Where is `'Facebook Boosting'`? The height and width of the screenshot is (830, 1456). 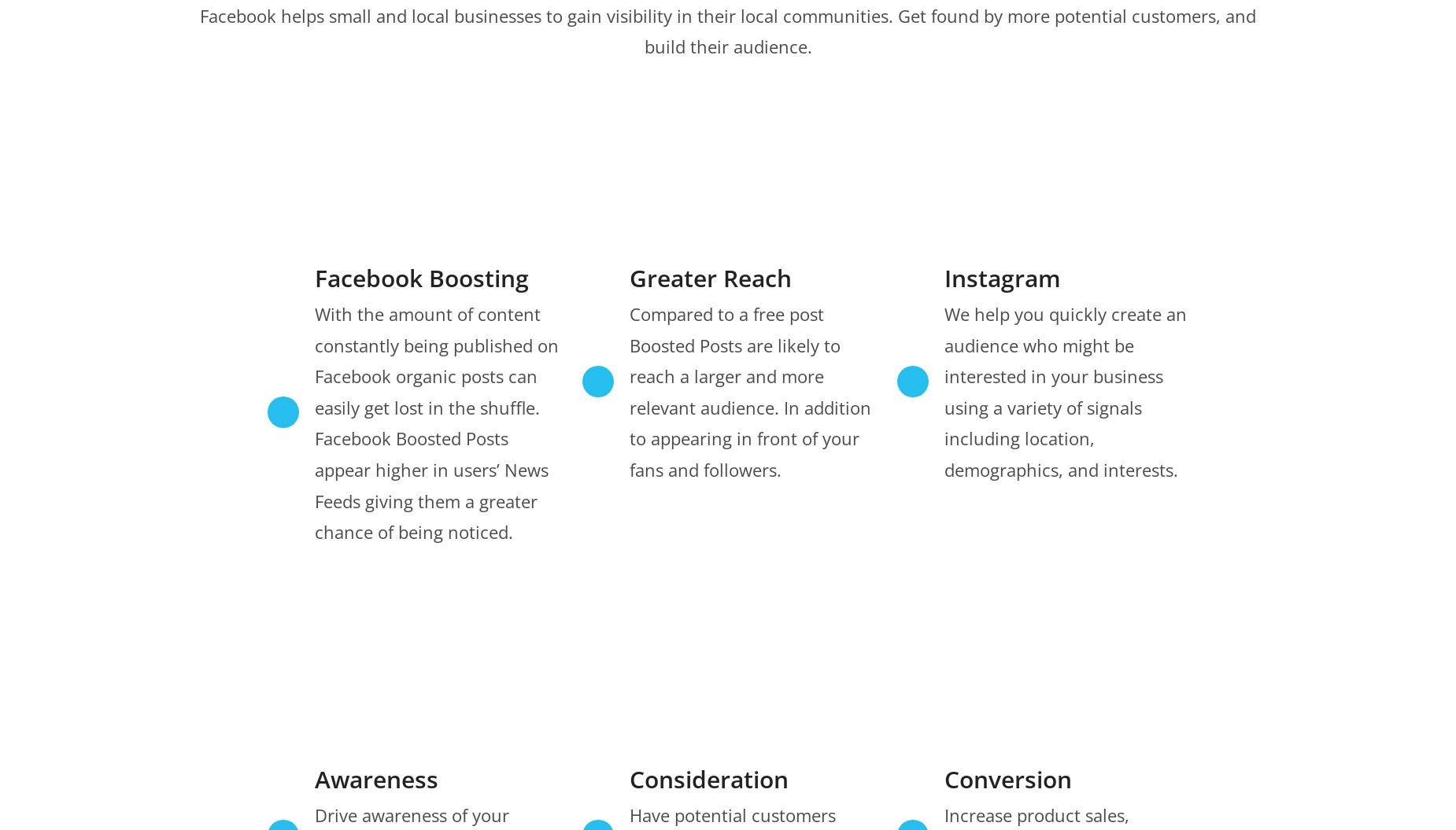 'Facebook Boosting' is located at coordinates (313, 278).